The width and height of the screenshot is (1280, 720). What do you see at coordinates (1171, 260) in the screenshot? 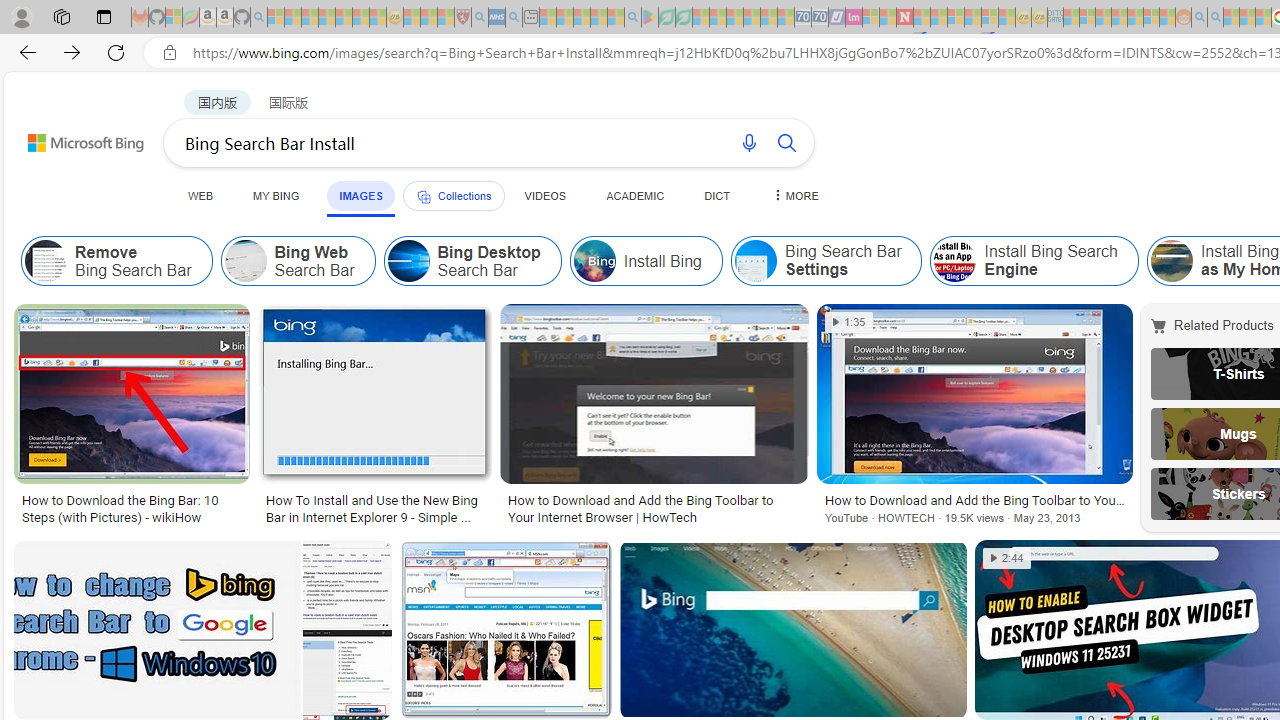
I see `'Install Bing as My Homepage'` at bounding box center [1171, 260].